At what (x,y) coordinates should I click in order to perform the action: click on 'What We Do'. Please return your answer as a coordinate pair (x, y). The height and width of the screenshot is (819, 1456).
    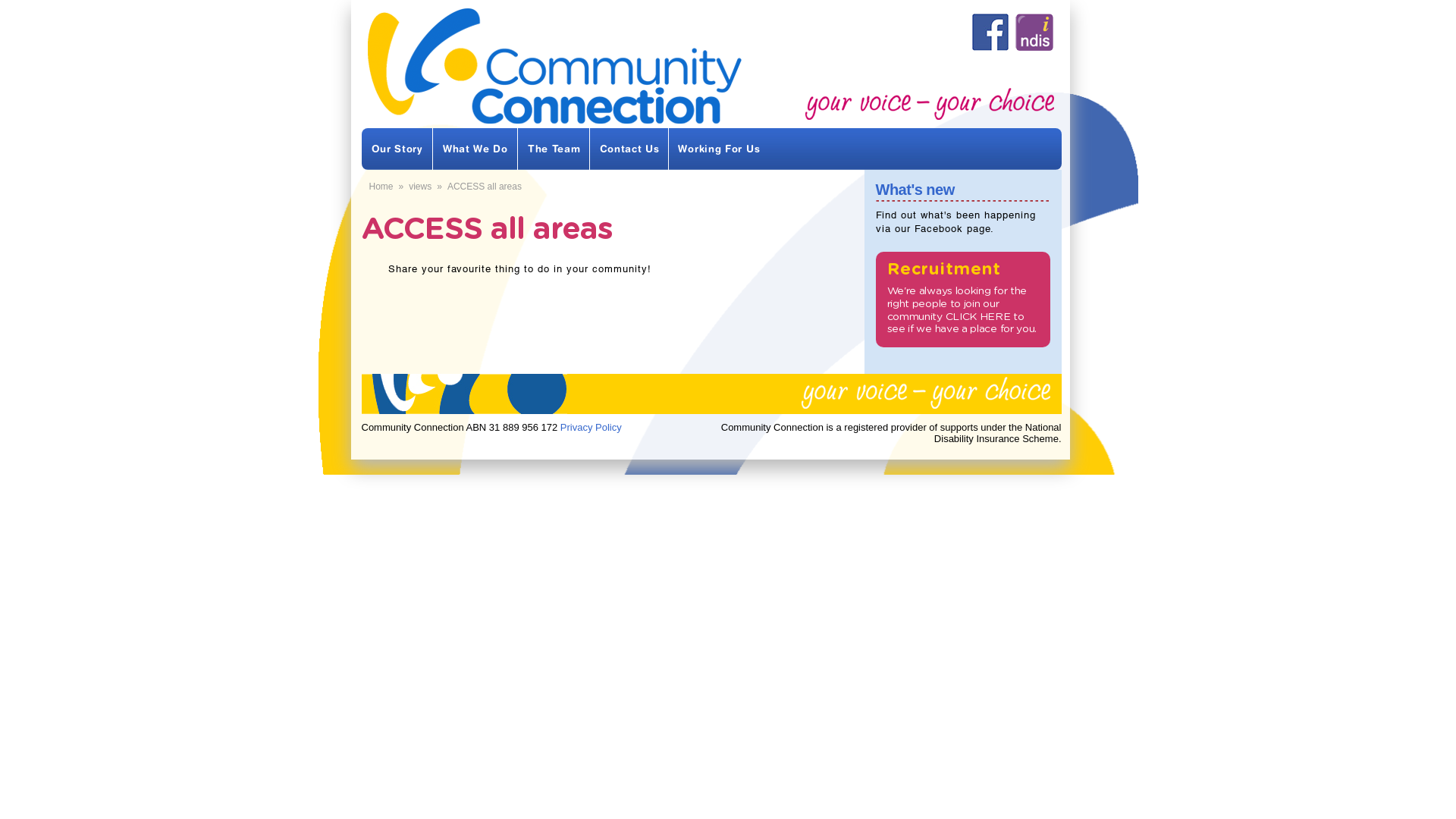
    Looking at the image, I should click on (432, 146).